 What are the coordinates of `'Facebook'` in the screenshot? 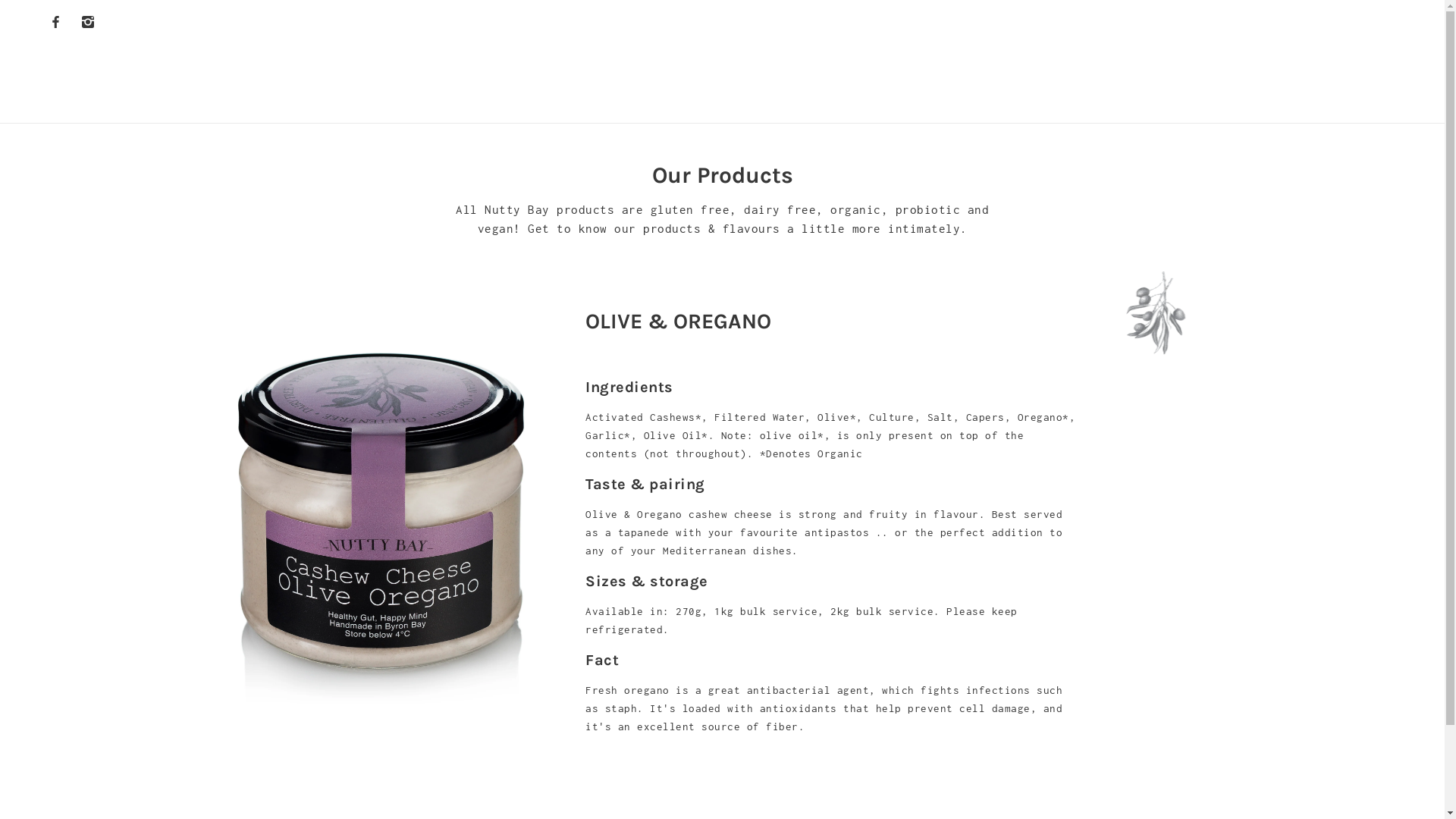 It's located at (45, 20).